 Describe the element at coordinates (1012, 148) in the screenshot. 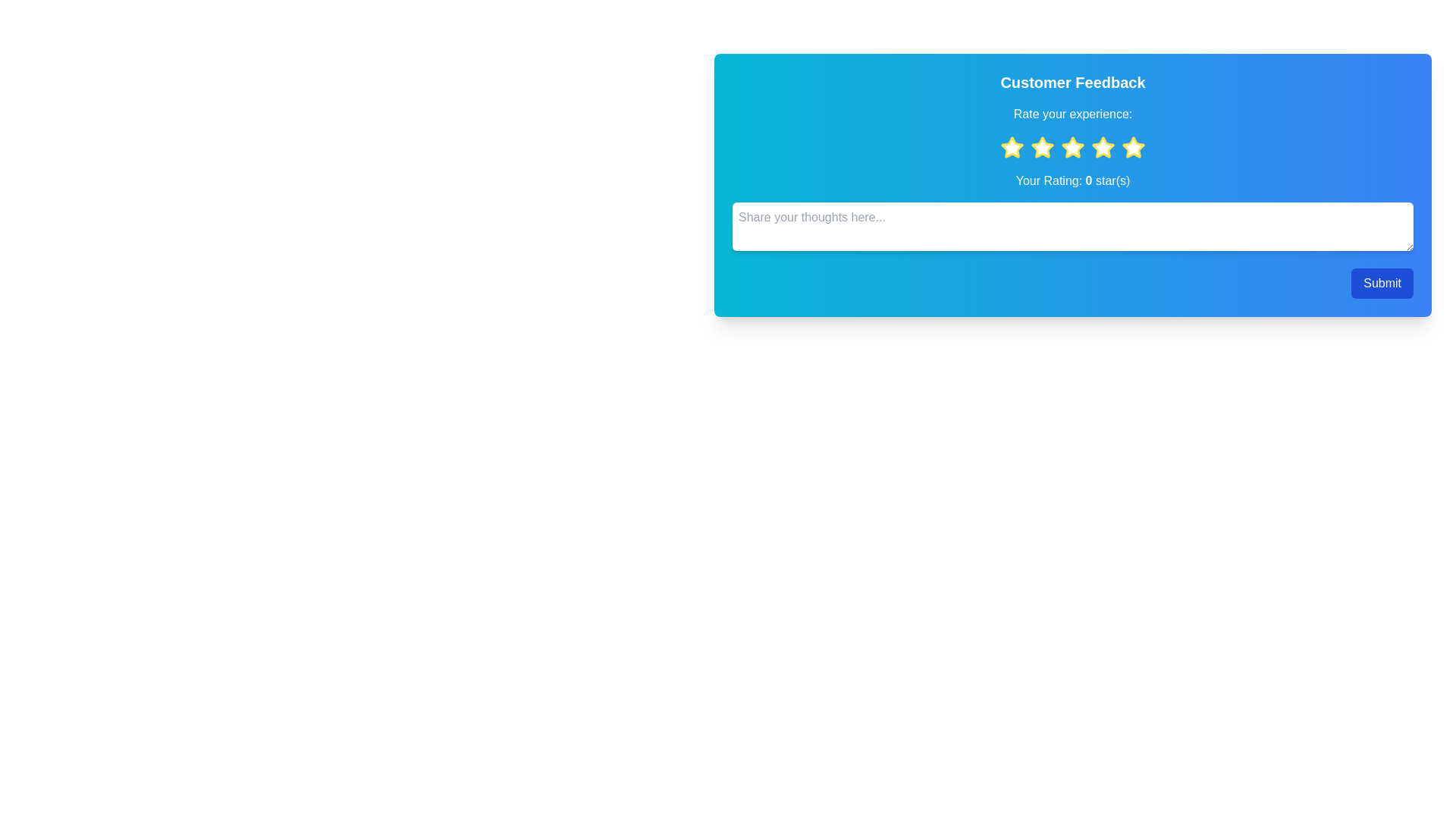

I see `the star corresponding to the desired rating 1` at that location.